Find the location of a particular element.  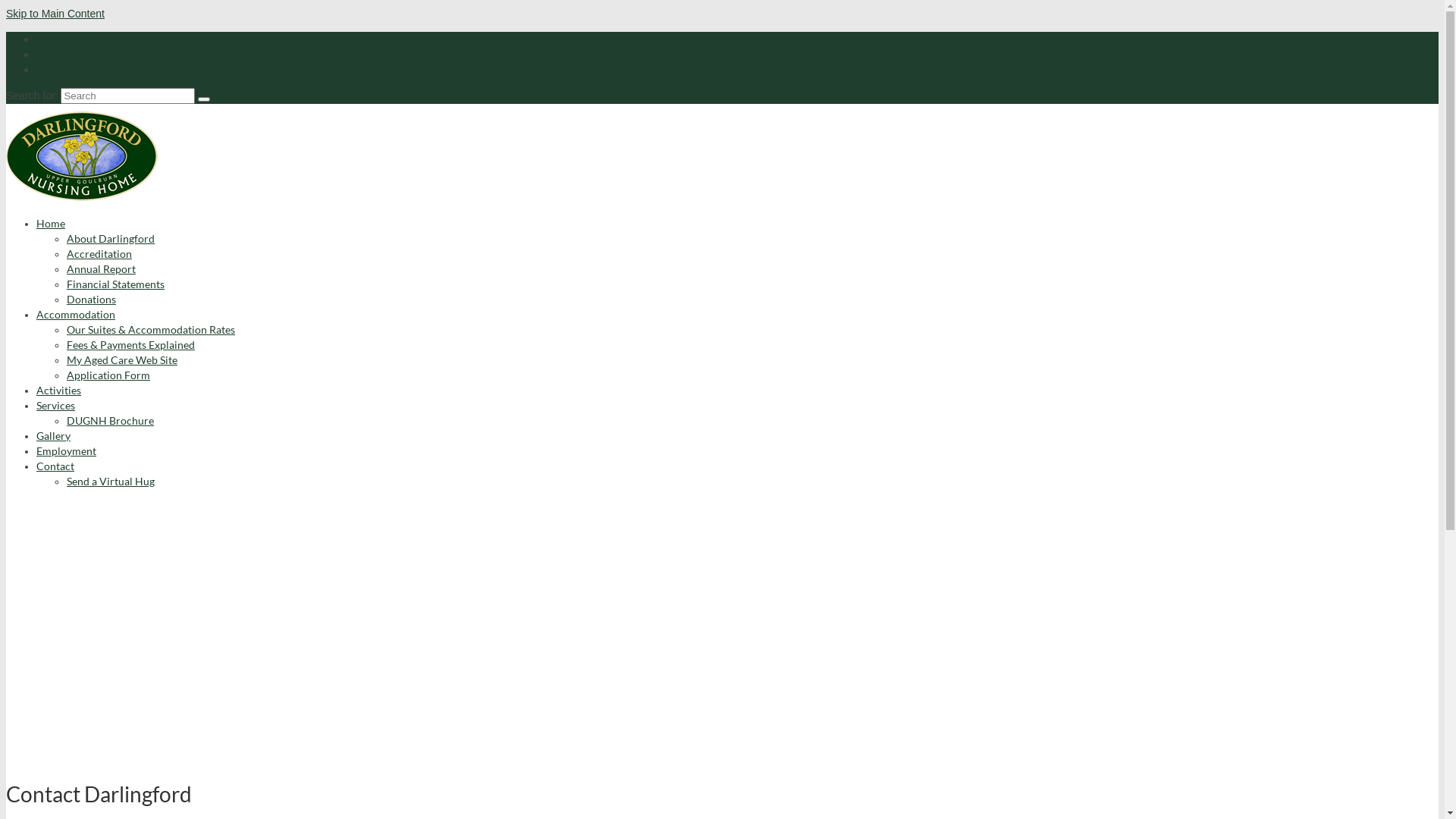

'Accommodation' is located at coordinates (75, 313).